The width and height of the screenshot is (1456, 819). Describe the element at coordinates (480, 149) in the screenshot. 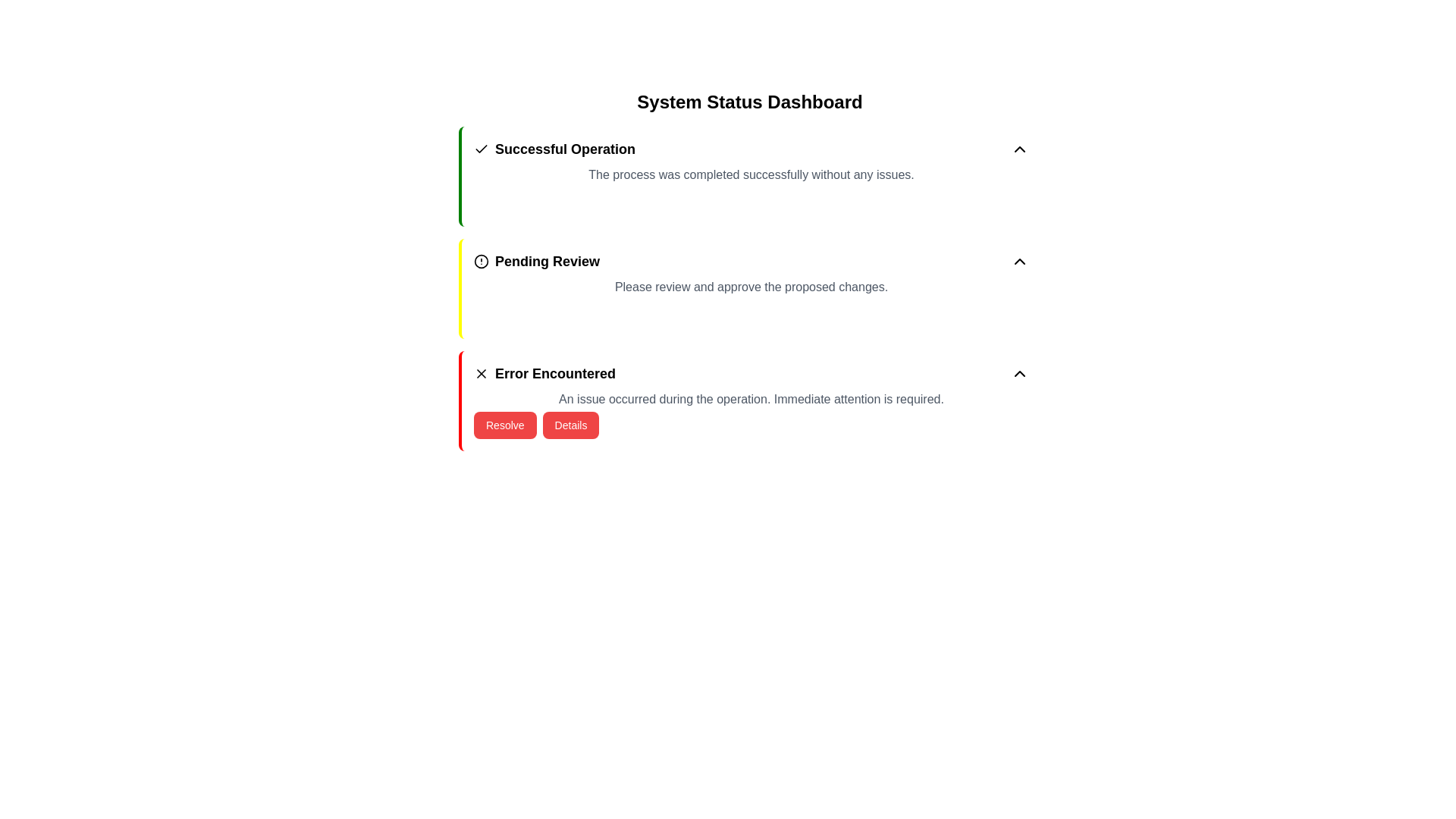

I see `the checkmark icon indicating successful completion of an operation in the System Status Dashboard interface, which is located to the left of the 'Successful Operation' text` at that location.